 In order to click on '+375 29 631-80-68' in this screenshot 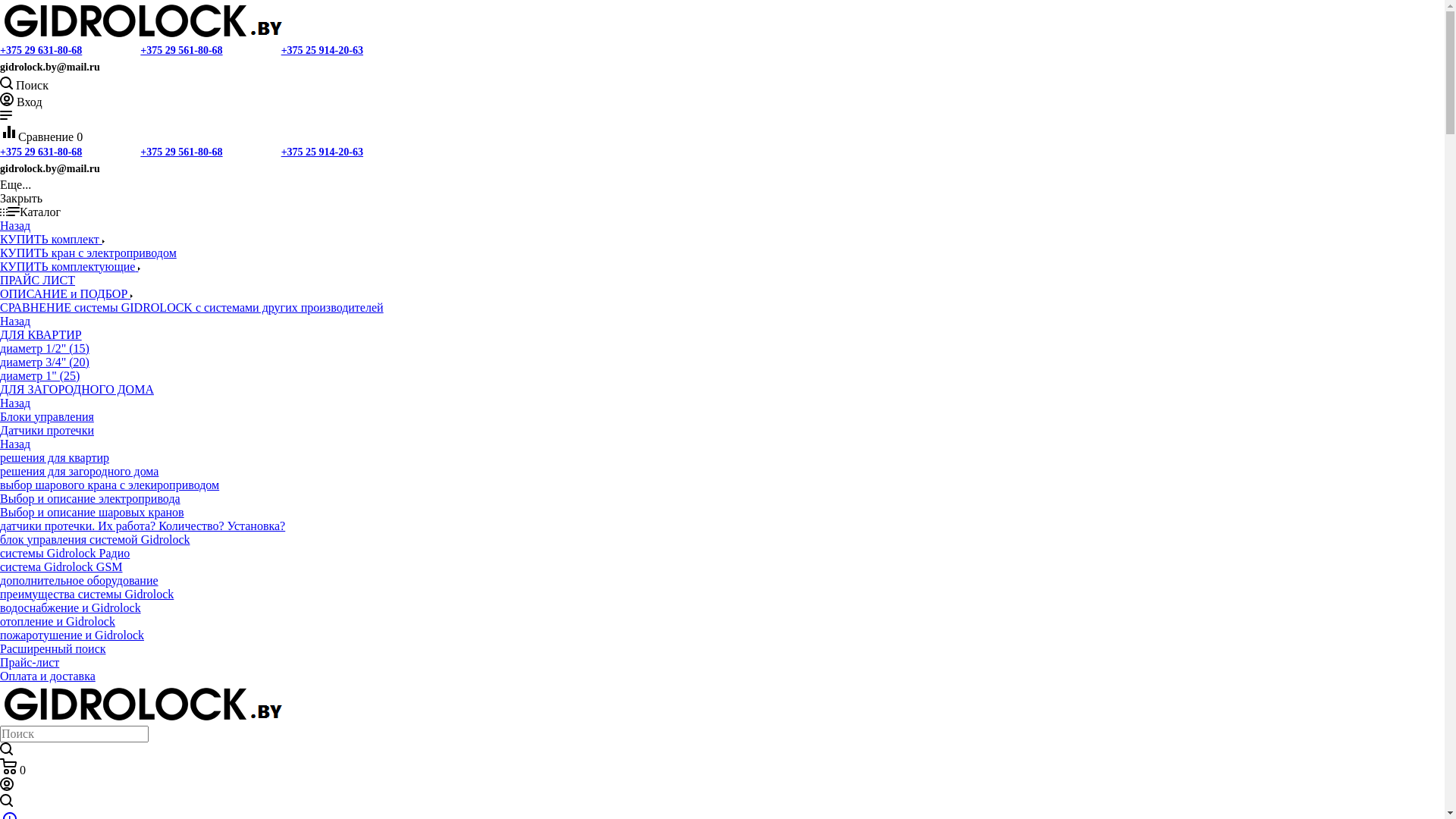, I will do `click(40, 49)`.